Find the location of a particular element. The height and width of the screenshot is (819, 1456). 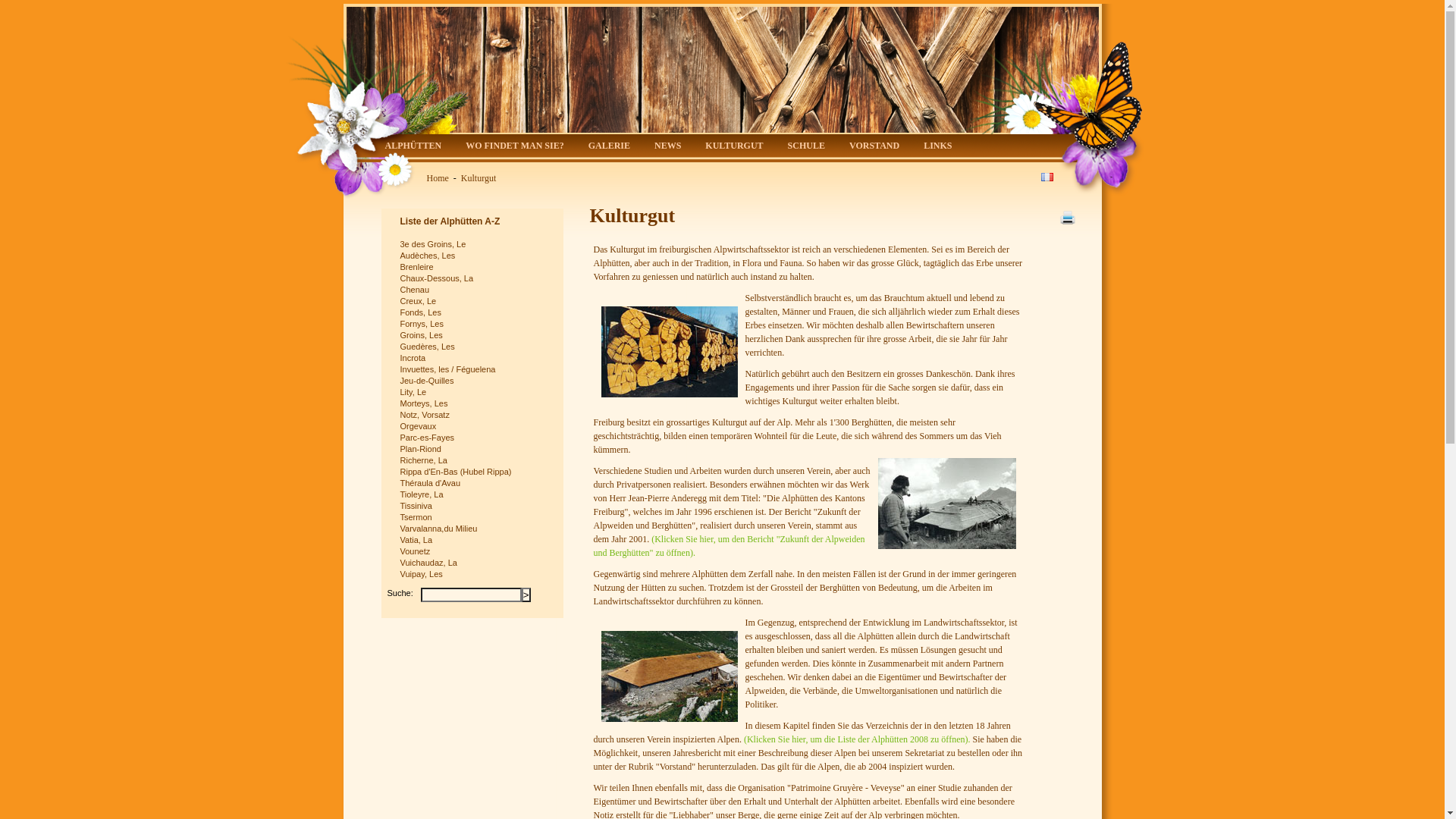

'Tsermon' is located at coordinates (473, 516).